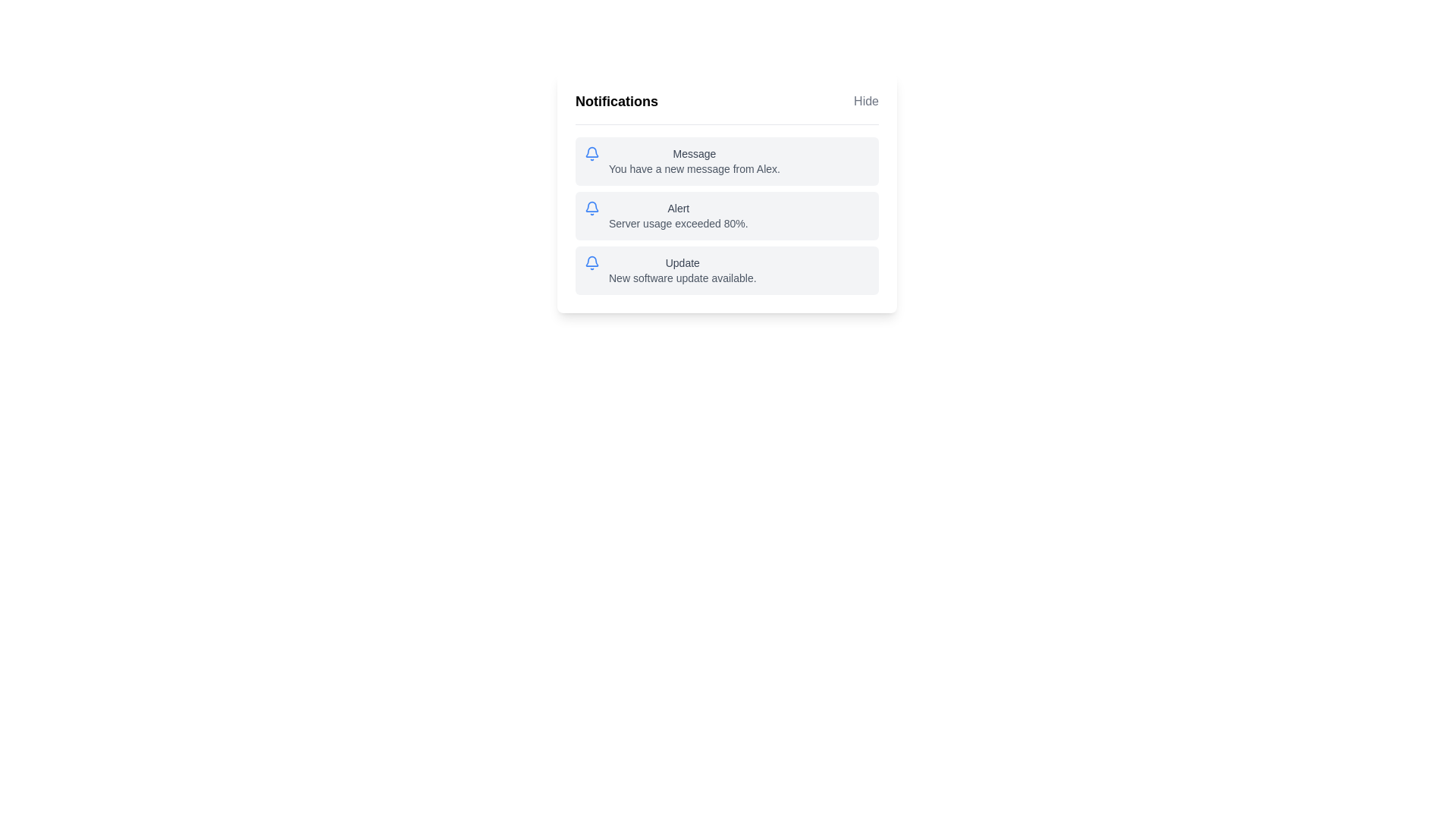 The image size is (1456, 819). I want to click on the text element styled in medium-sized bold gray font displaying 'Alert' located in the second notification message of the 'Notifications' section, so click(677, 208).